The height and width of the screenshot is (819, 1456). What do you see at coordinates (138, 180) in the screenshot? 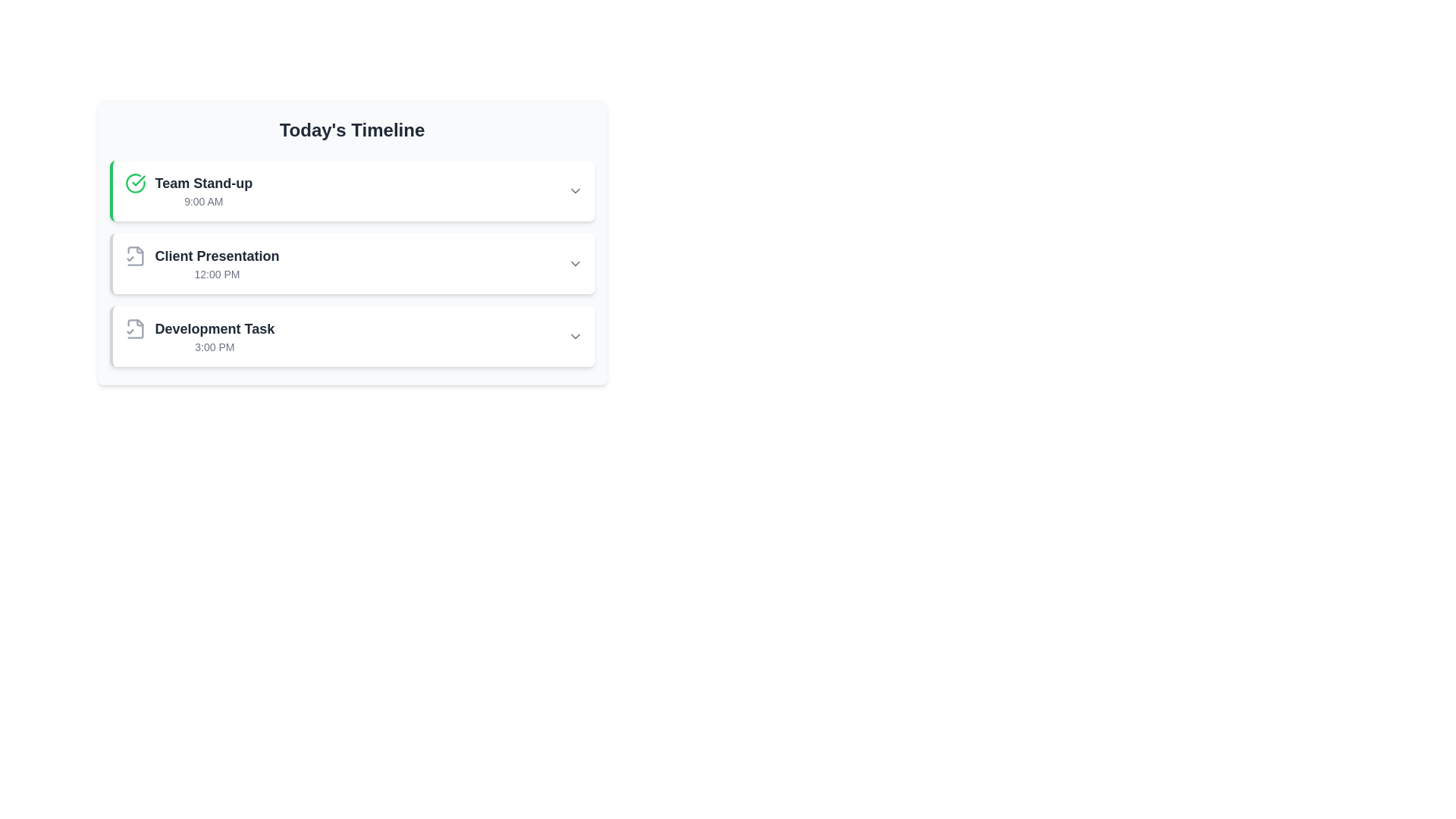
I see `the green stroke of the checkmark icon representing the completed status located on the left side of the 'Team Stand-up' at 9:00 AM` at bounding box center [138, 180].